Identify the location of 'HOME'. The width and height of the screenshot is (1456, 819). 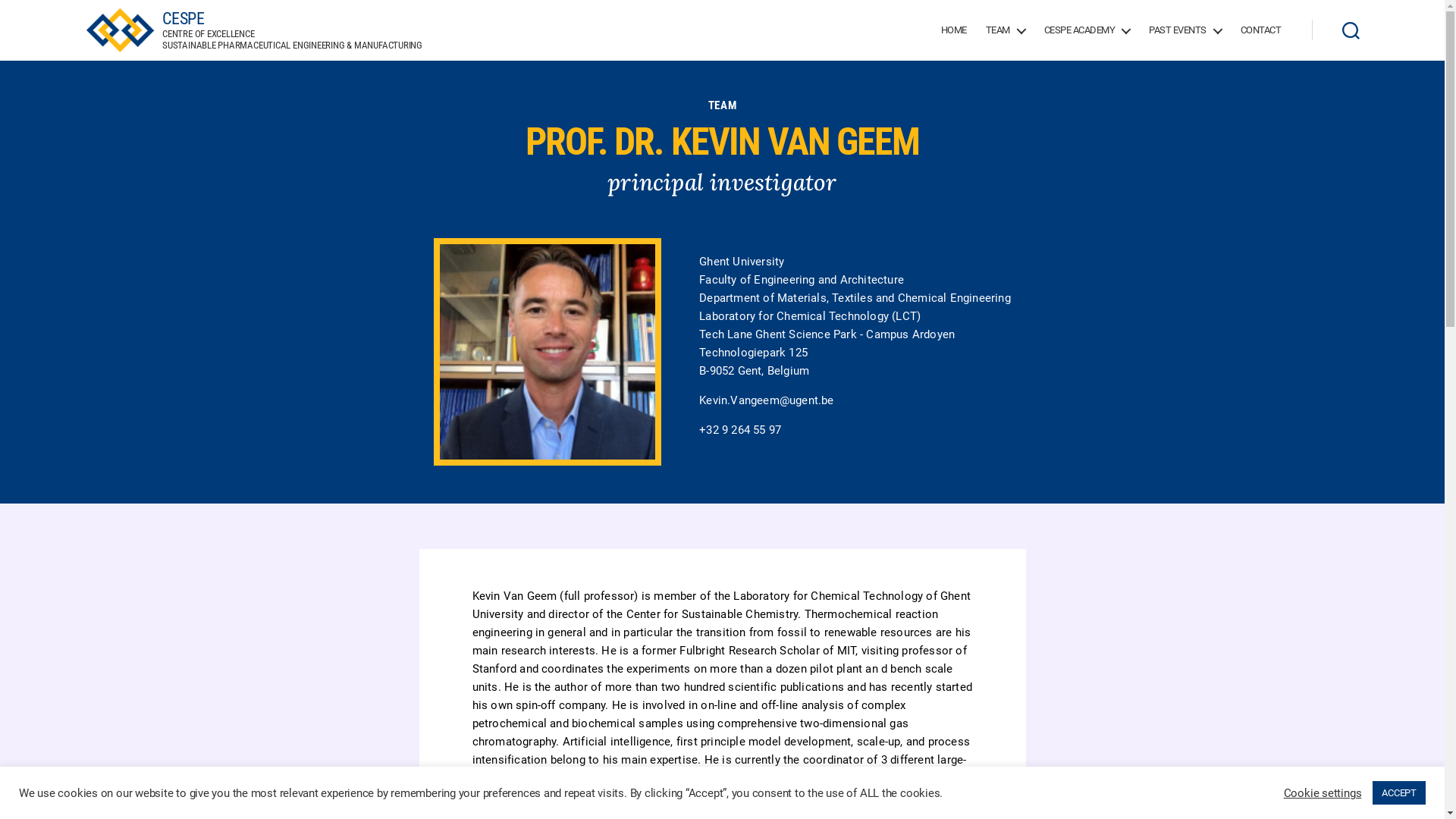
(952, 30).